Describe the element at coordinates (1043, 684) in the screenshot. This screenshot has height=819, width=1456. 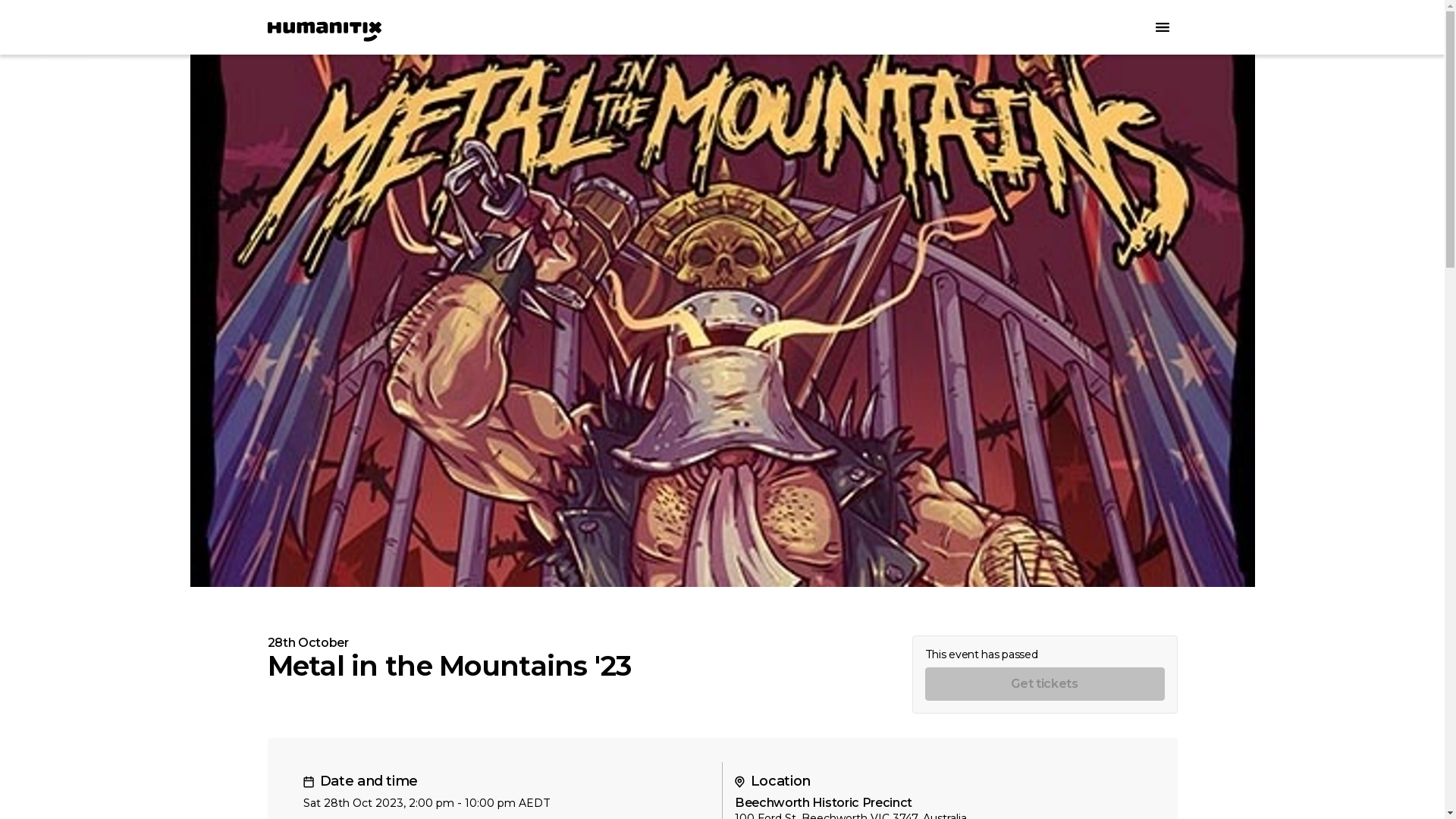
I see `'Get tickets'` at that location.